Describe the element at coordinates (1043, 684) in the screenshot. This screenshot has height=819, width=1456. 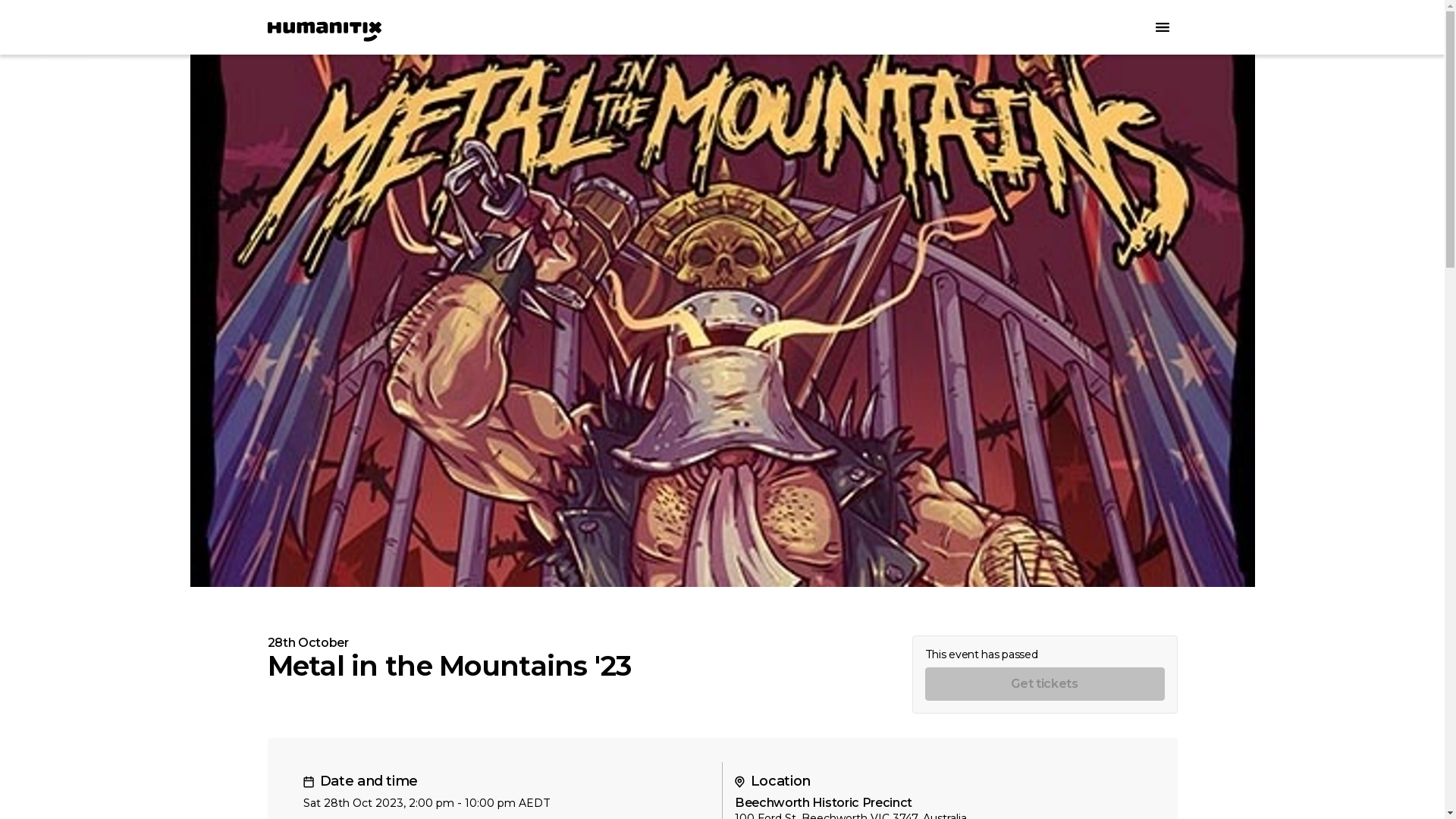
I see `'Get tickets'` at that location.